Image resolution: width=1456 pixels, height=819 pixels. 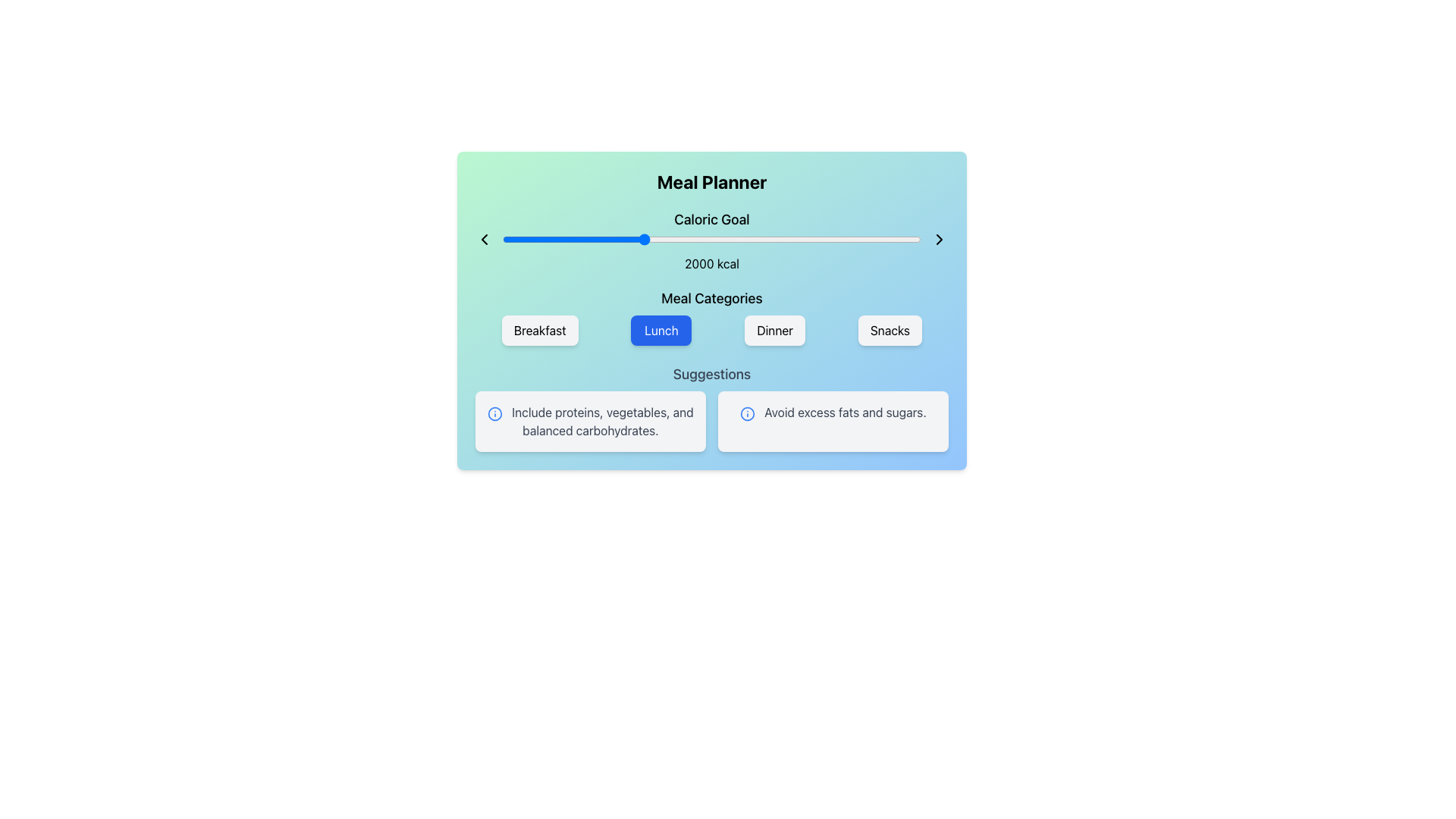 What do you see at coordinates (790, 239) in the screenshot?
I see `caloric goal` at bounding box center [790, 239].